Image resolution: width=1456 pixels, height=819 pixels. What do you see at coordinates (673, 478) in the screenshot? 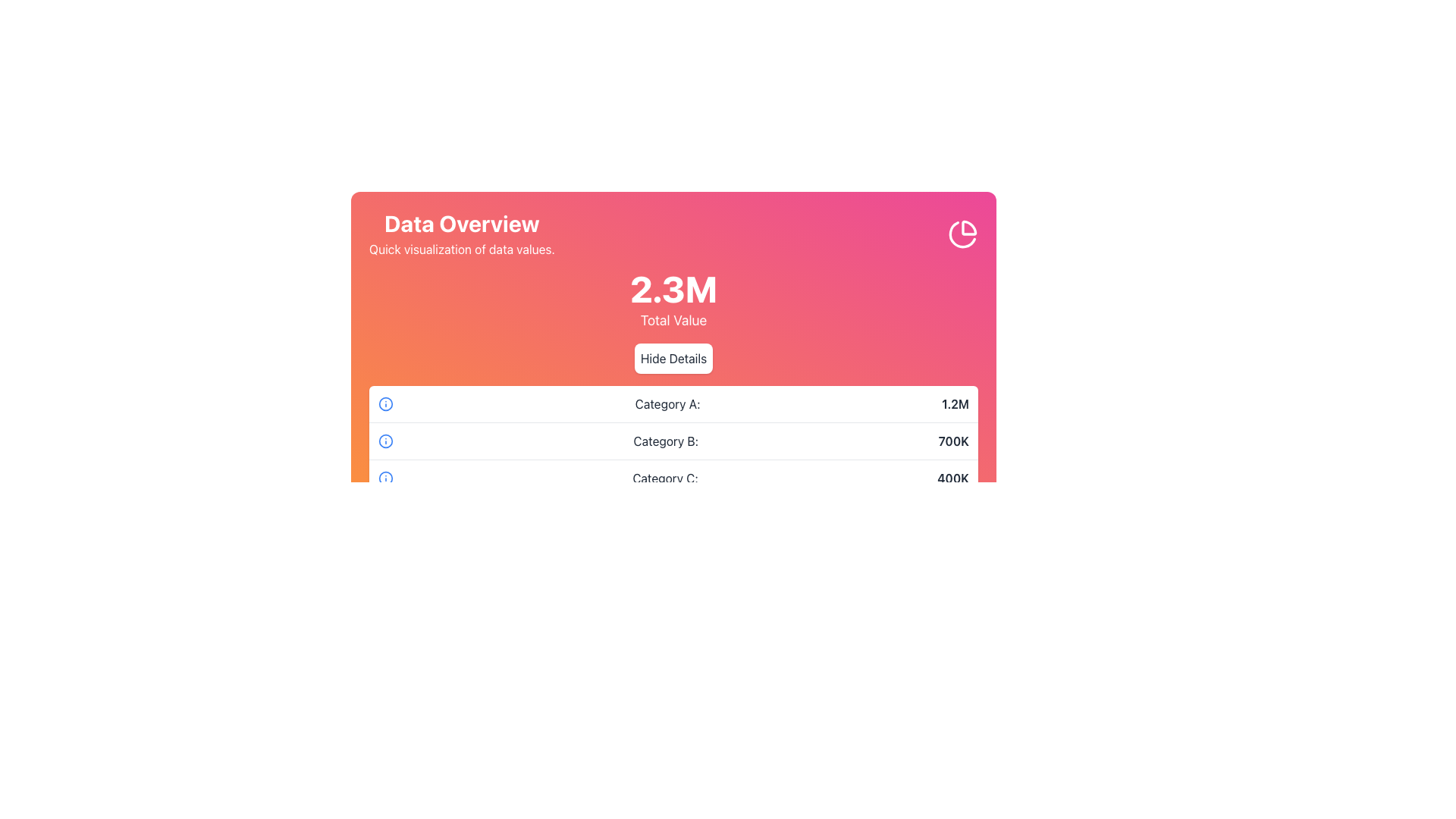
I see `the third and last row of the table that presents the total count or value of 'Category C', positioned below 'Category B: 700K'` at bounding box center [673, 478].